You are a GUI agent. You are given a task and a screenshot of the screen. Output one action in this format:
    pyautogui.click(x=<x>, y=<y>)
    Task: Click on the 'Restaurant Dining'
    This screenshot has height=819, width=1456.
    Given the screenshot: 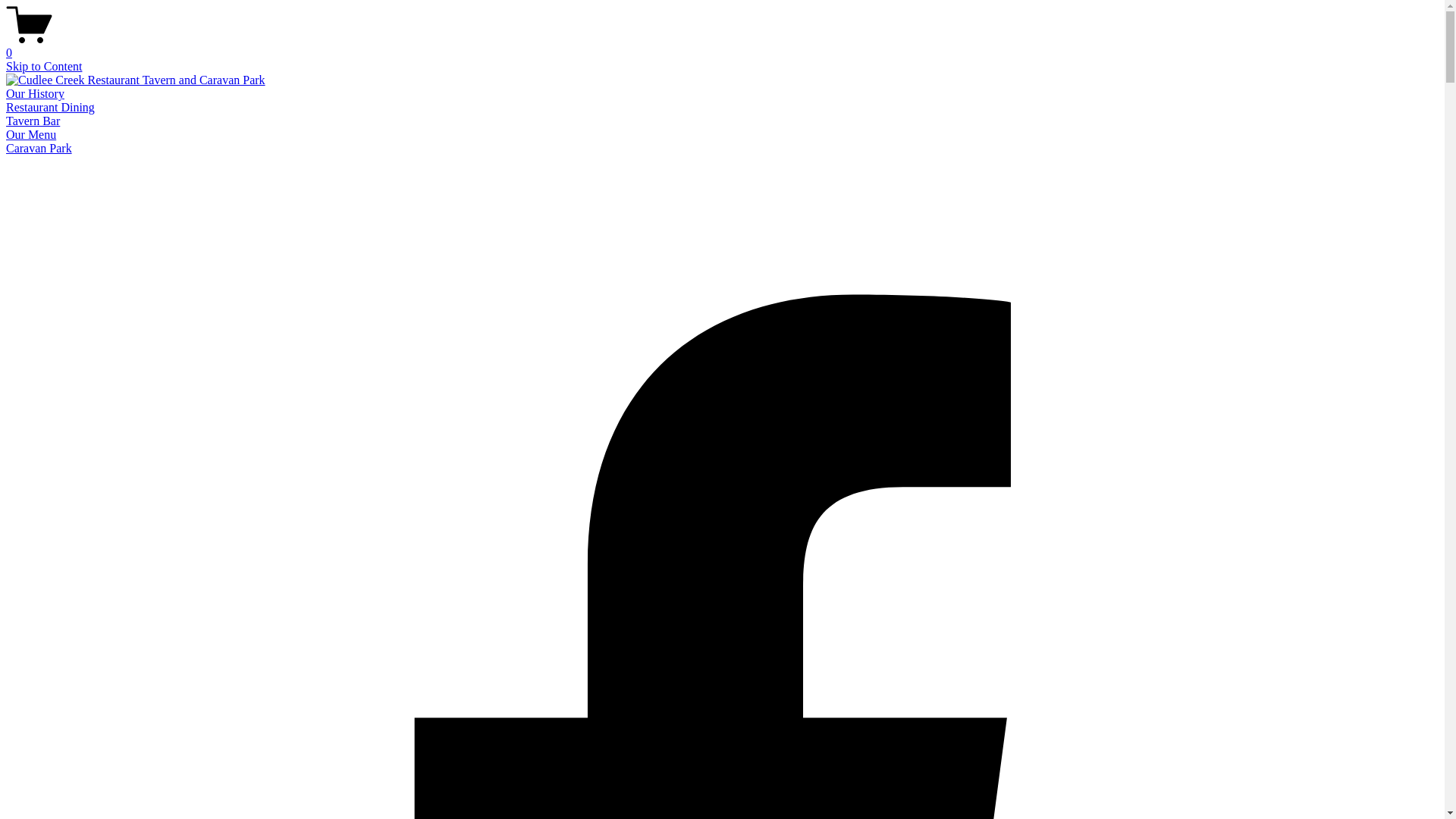 What is the action you would take?
    pyautogui.click(x=50, y=106)
    